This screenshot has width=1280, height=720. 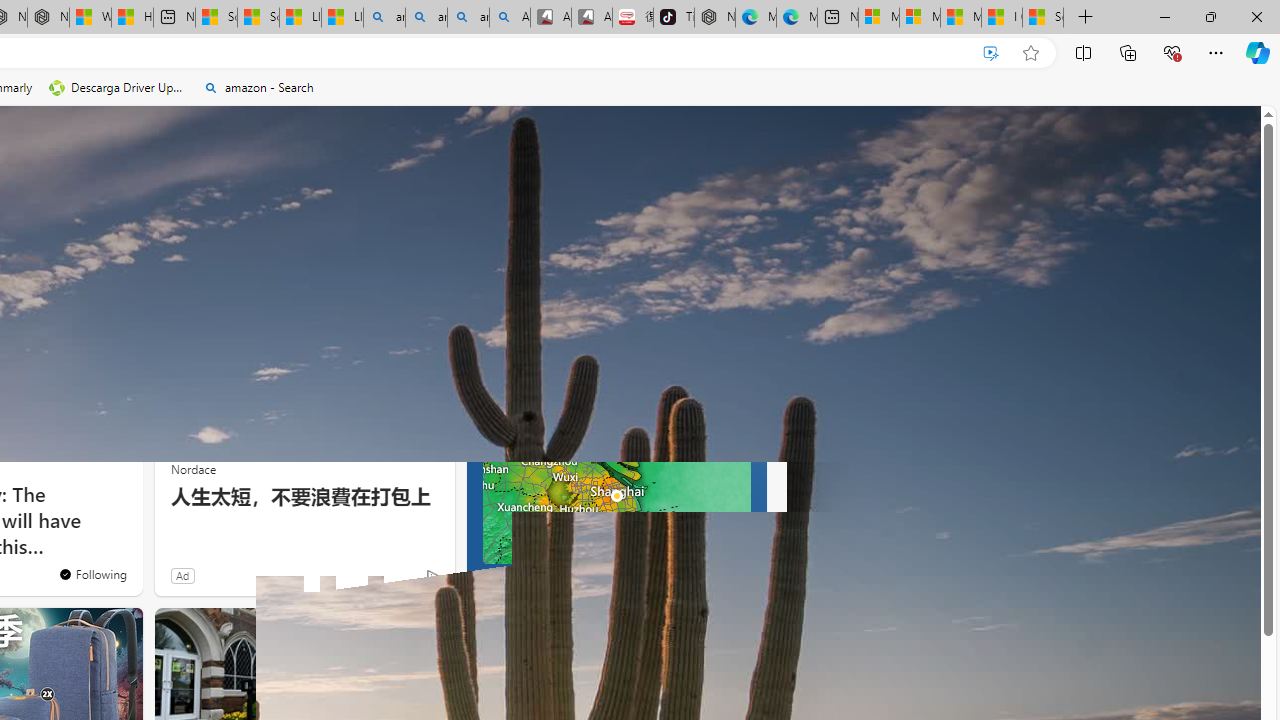 I want to click on 'Collections', so click(x=1128, y=51).